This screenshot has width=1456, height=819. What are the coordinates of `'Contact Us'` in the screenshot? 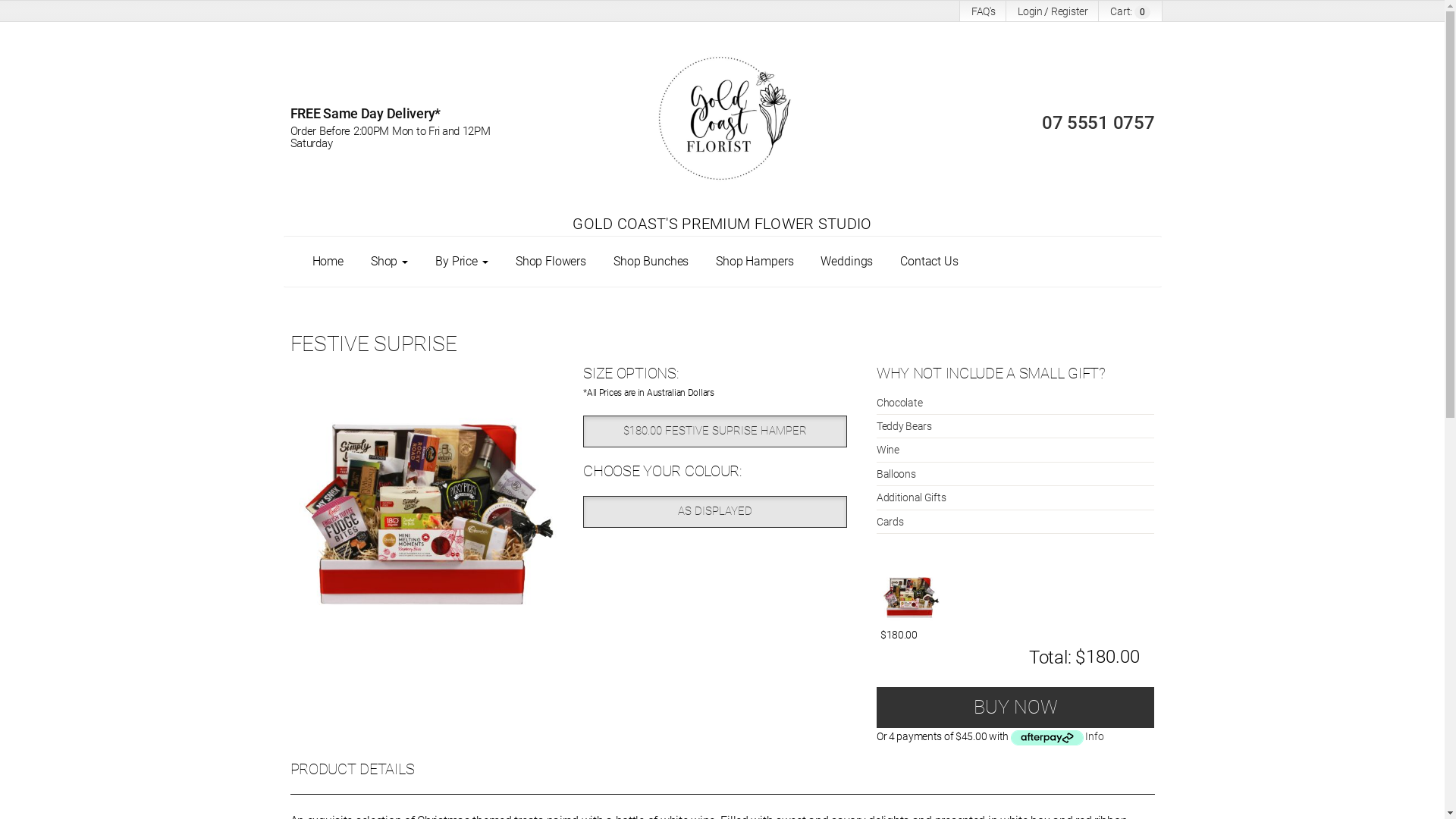 It's located at (928, 260).